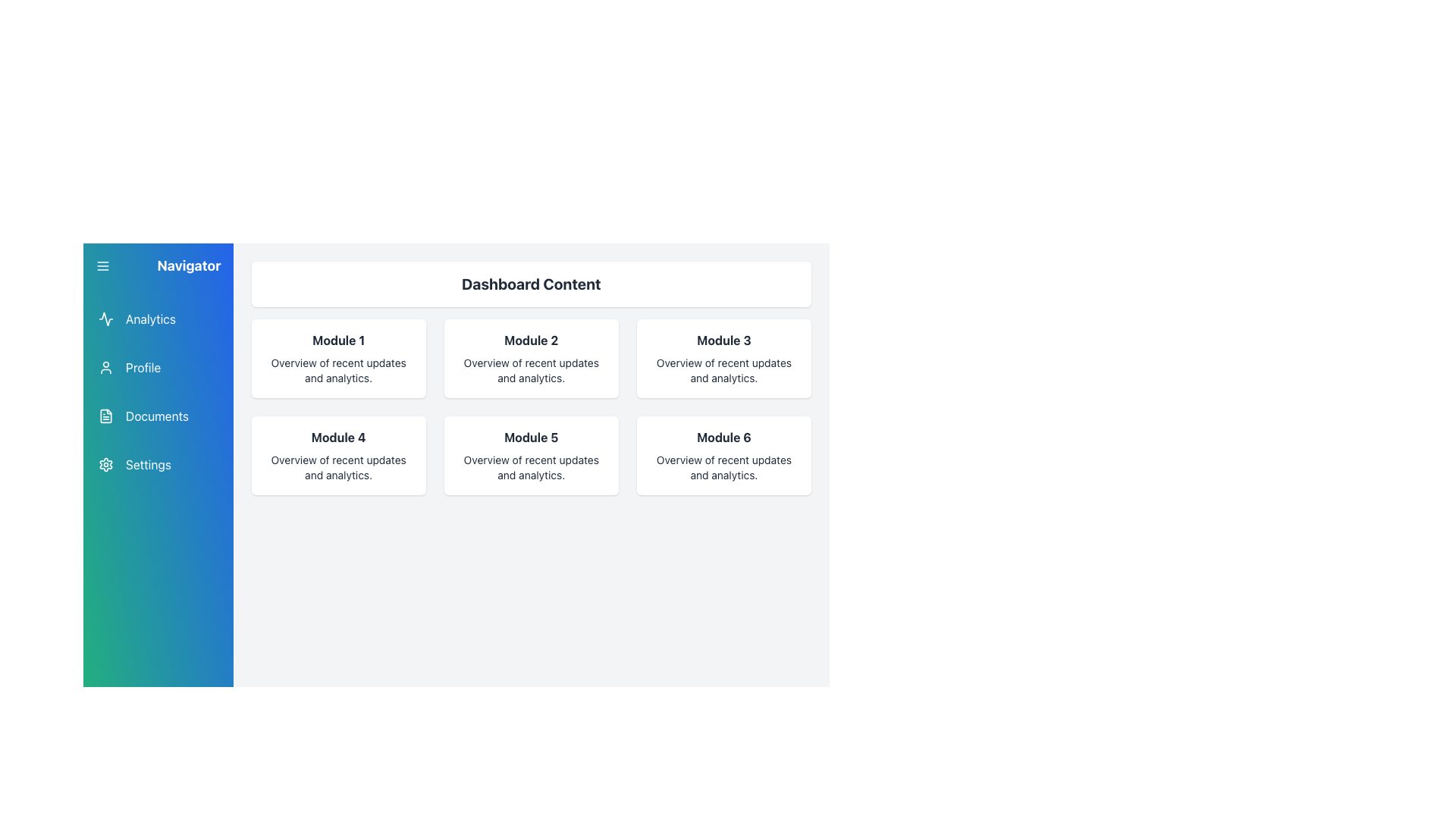 The height and width of the screenshot is (819, 1456). What do you see at coordinates (105, 318) in the screenshot?
I see `the 'Analytics' icon located in the sidebar menu under the 'Navigator' label` at bounding box center [105, 318].